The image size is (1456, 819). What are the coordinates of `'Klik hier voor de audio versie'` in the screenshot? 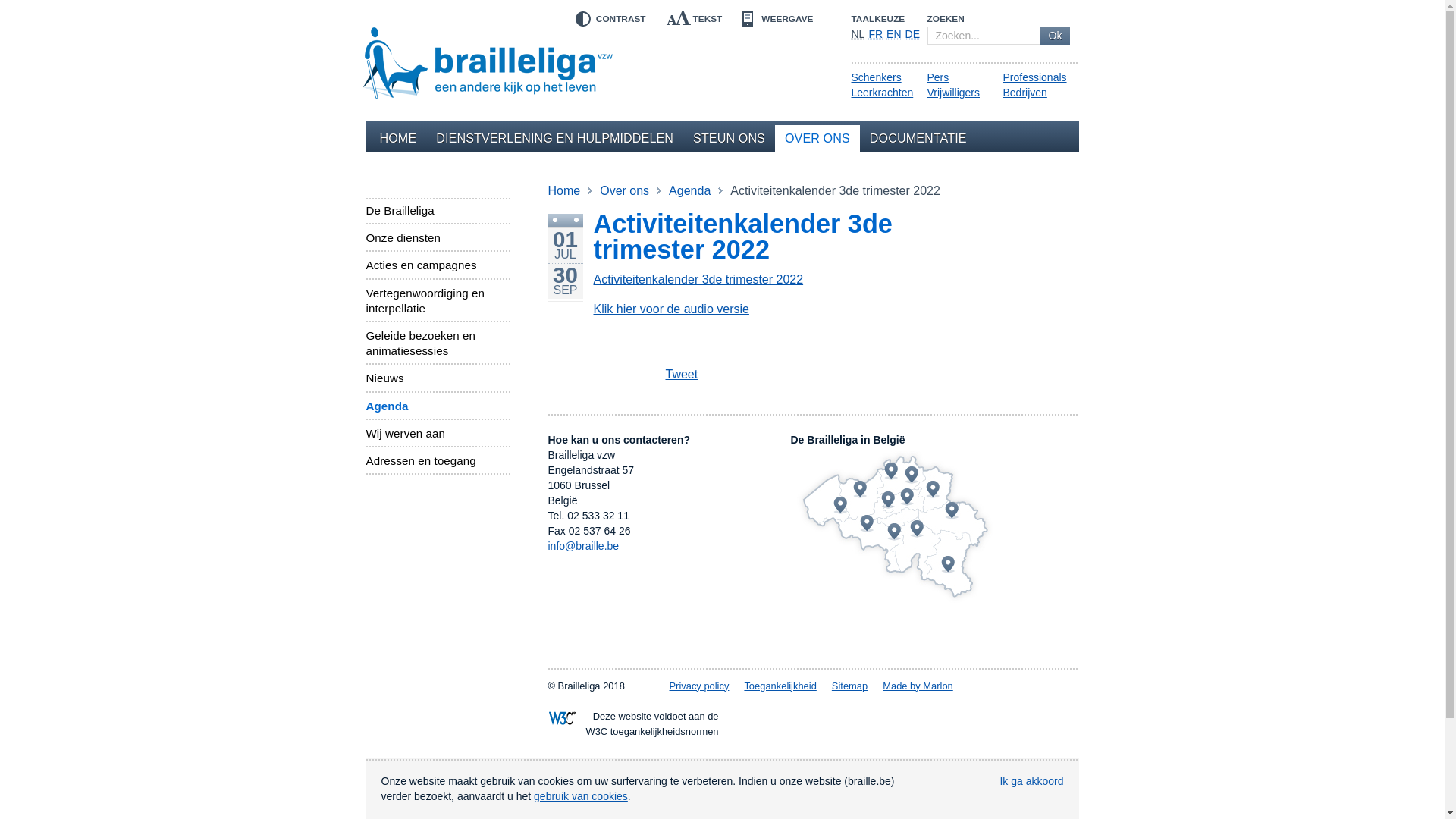 It's located at (670, 308).